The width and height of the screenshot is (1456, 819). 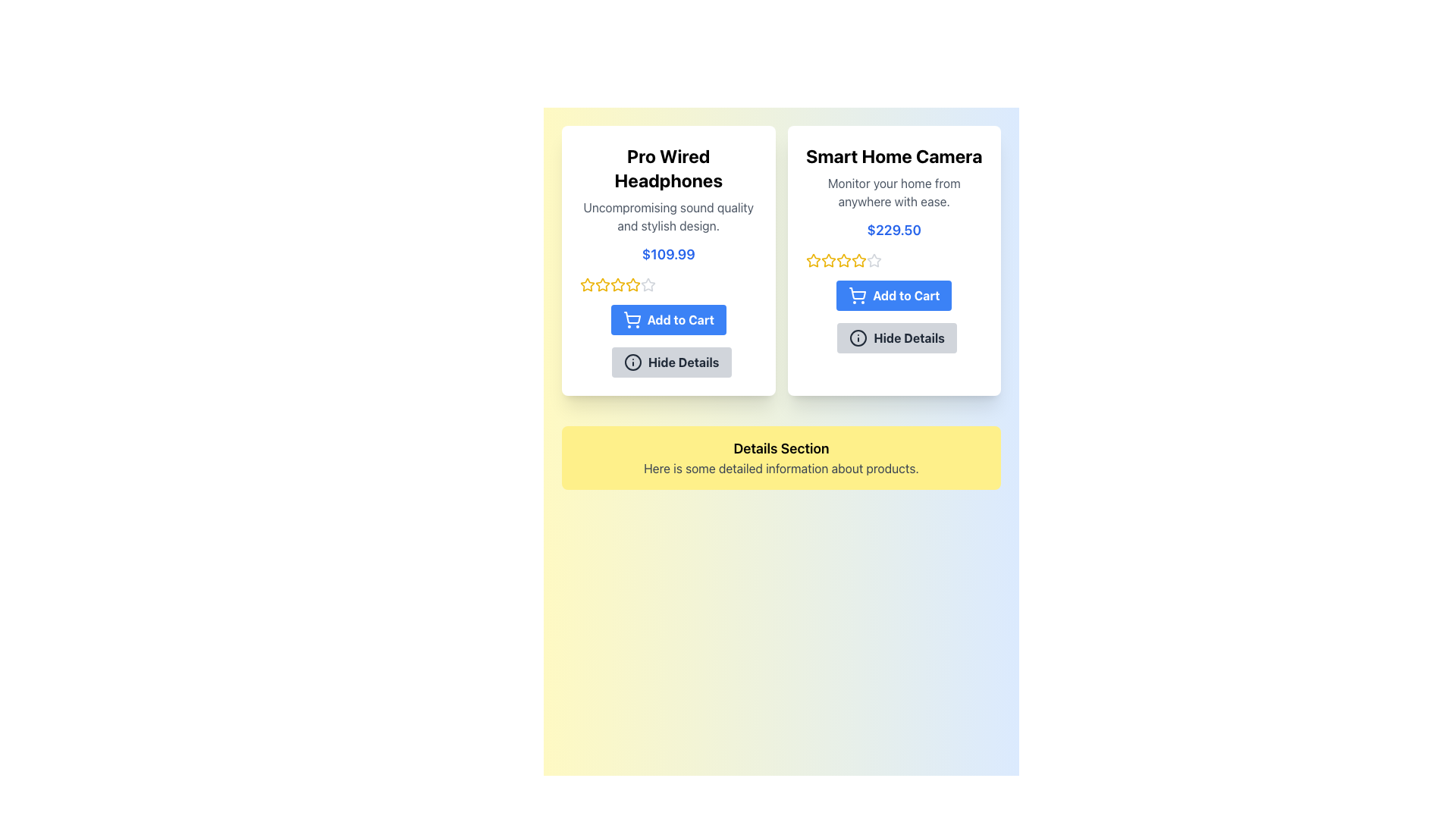 What do you see at coordinates (602, 284) in the screenshot?
I see `the third star icon in the rating system for 'Pro Wired Headphones', which is styled with a yellow outline and has a stroke-width of 2` at bounding box center [602, 284].